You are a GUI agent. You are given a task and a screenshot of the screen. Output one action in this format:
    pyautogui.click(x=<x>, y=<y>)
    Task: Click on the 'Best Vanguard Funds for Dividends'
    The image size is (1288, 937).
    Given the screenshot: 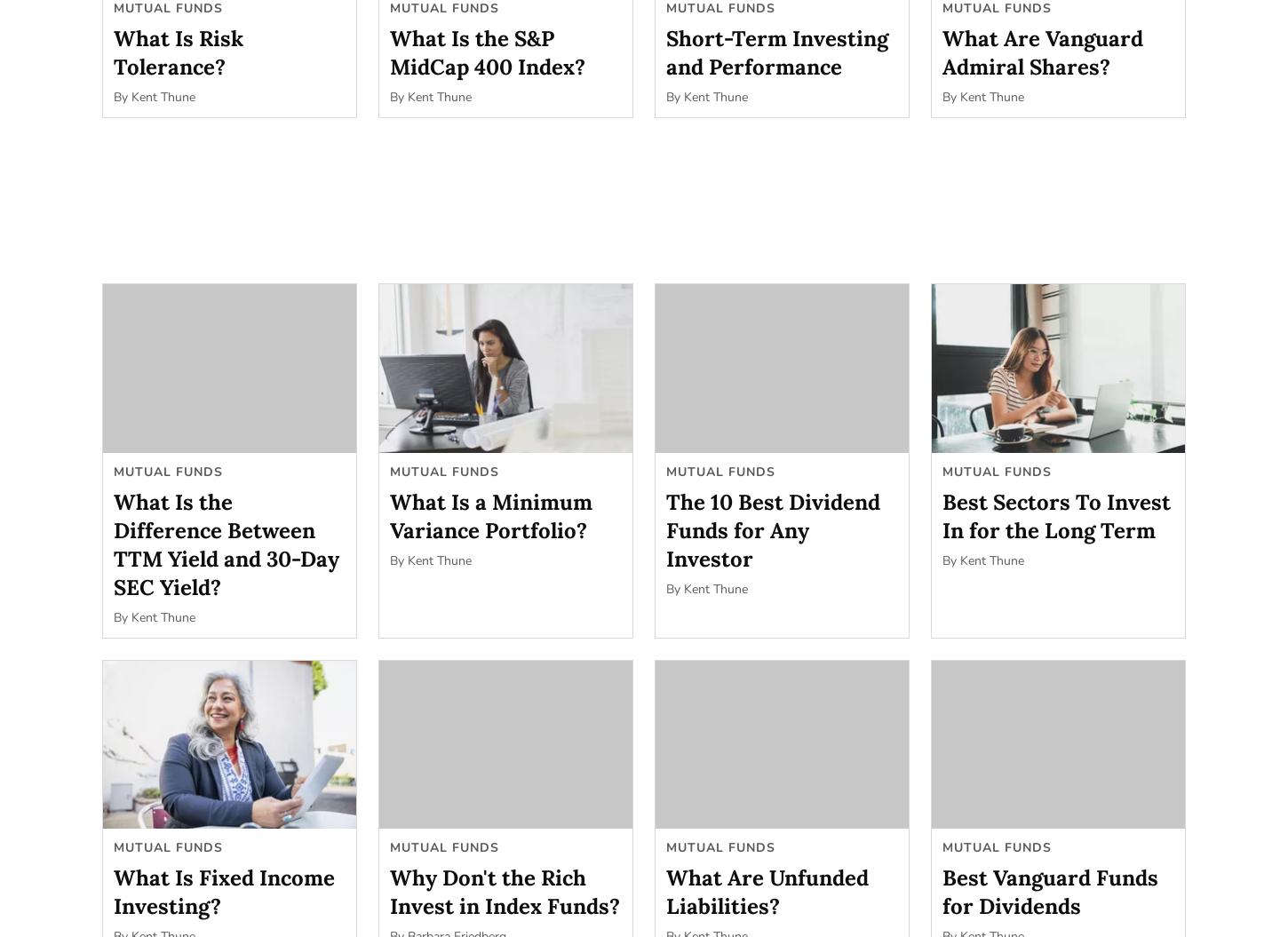 What is the action you would take?
    pyautogui.click(x=1049, y=891)
    